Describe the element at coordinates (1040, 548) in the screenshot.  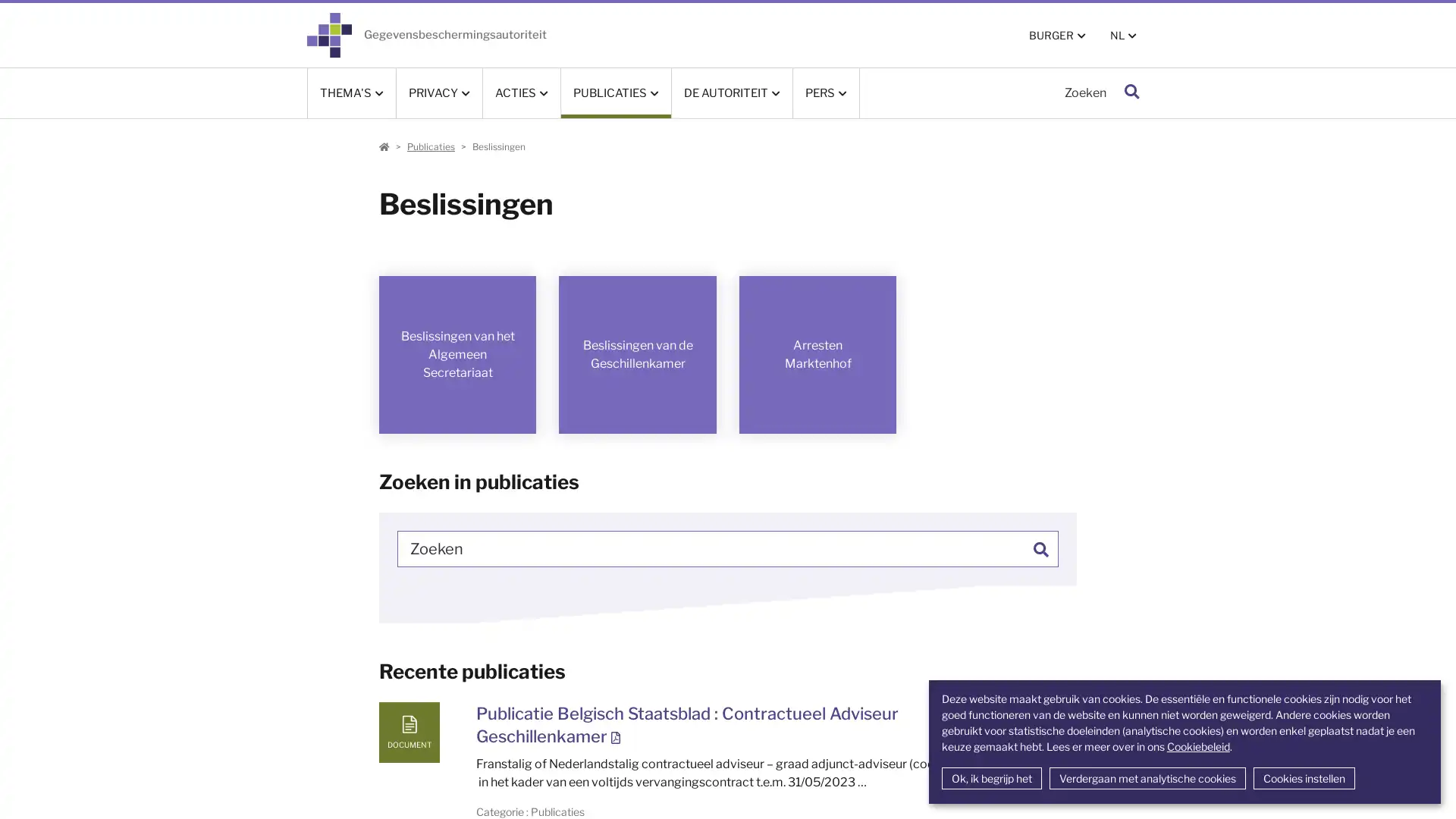
I see `Zoeken` at that location.